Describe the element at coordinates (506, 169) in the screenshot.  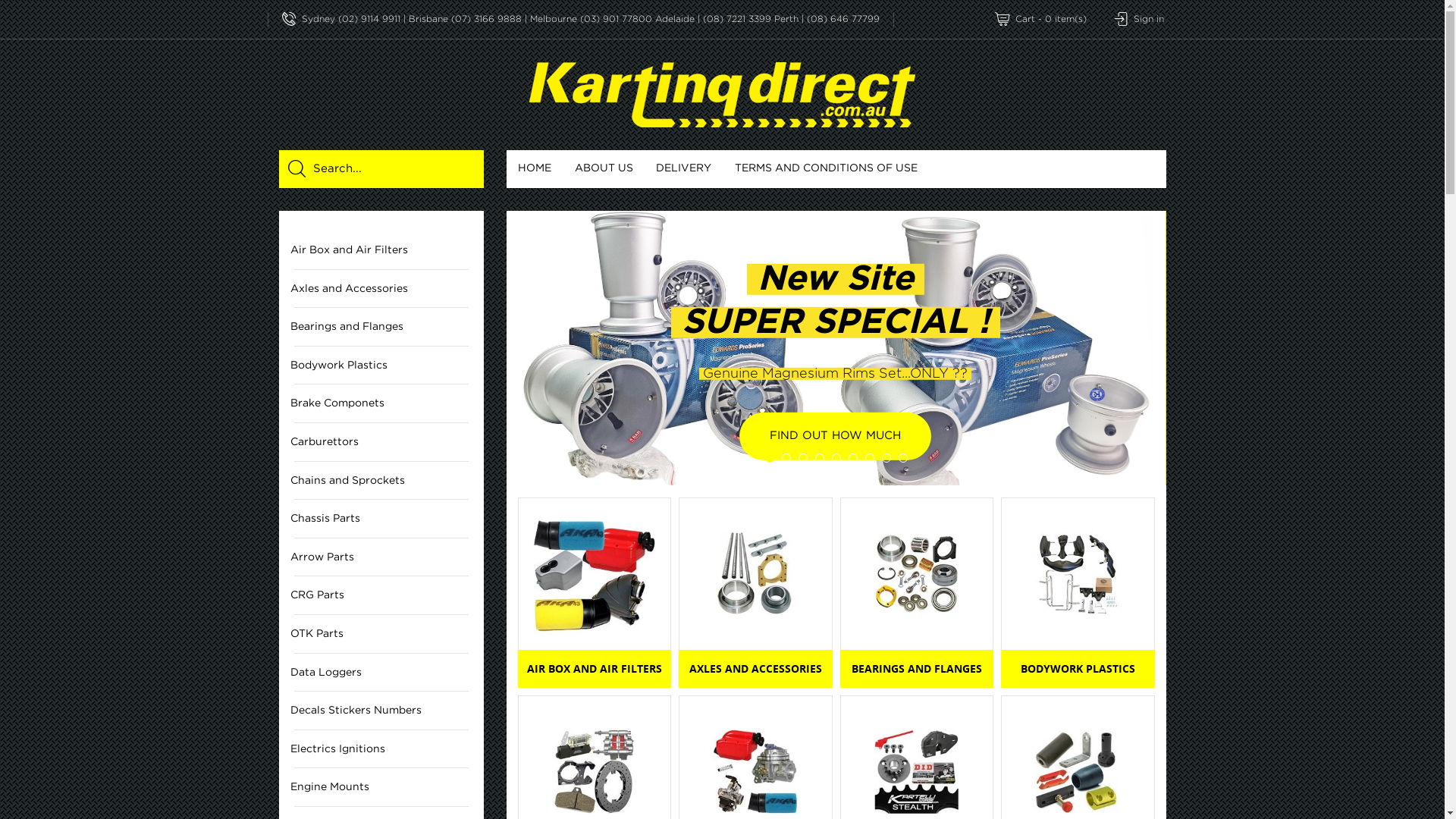
I see `'HOME'` at that location.